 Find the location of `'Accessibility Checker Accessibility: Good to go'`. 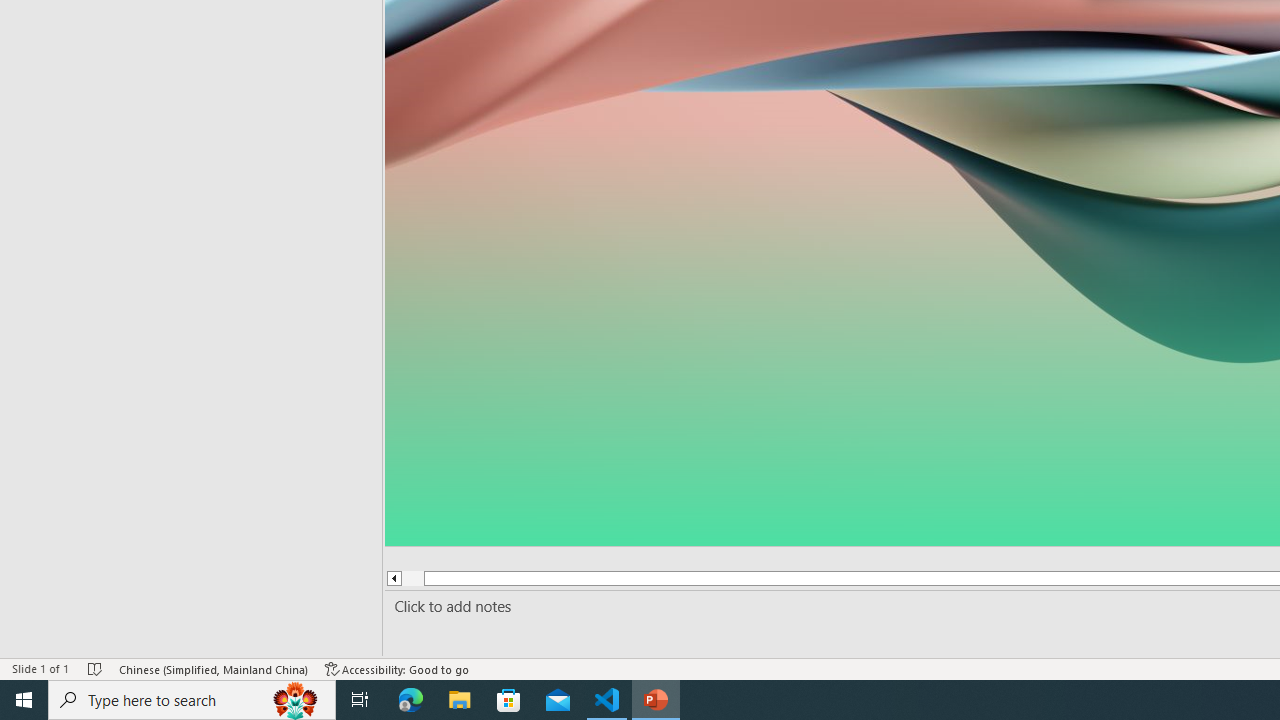

'Accessibility Checker Accessibility: Good to go' is located at coordinates (397, 669).